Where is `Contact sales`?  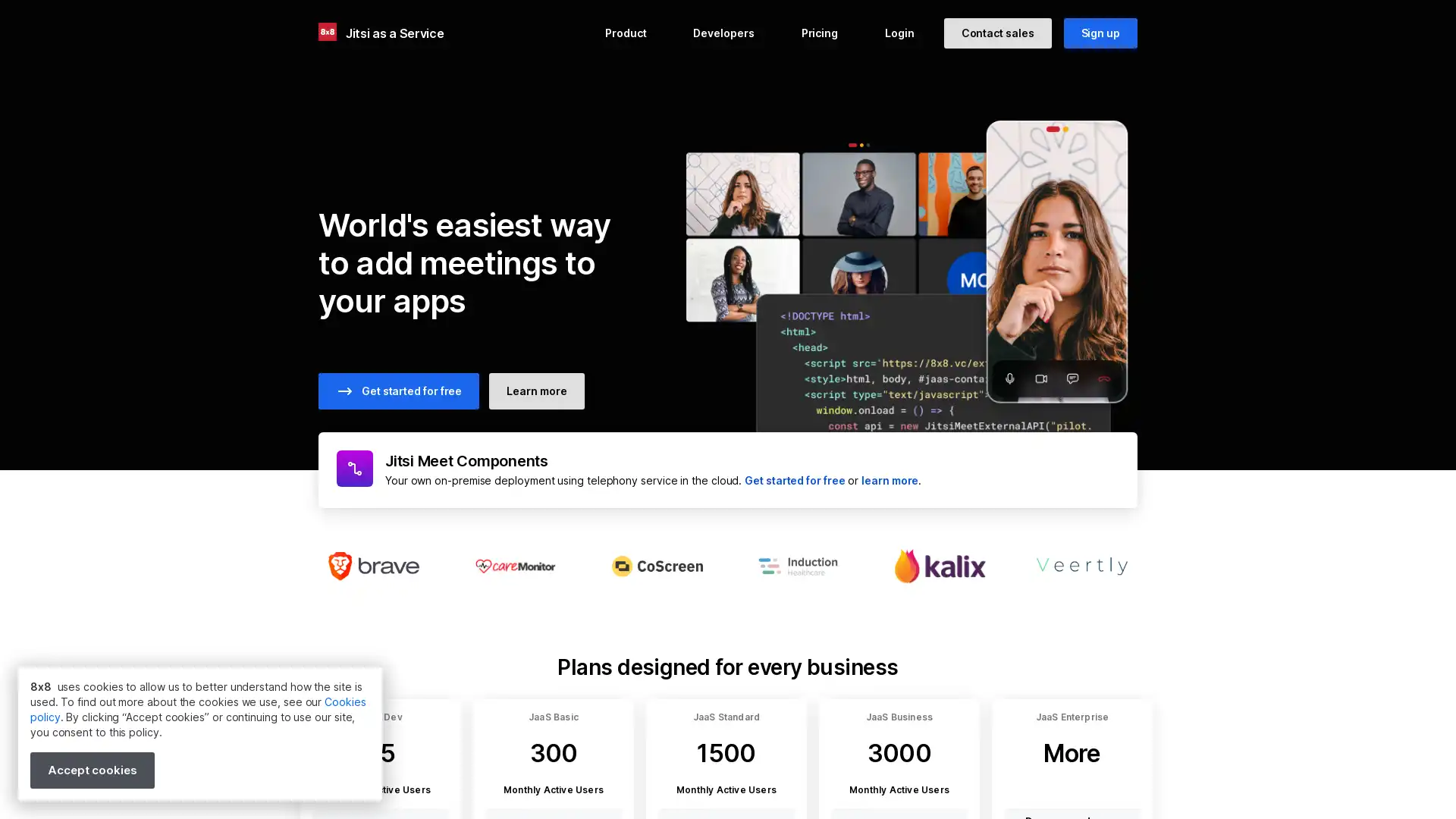 Contact sales is located at coordinates (997, 33).